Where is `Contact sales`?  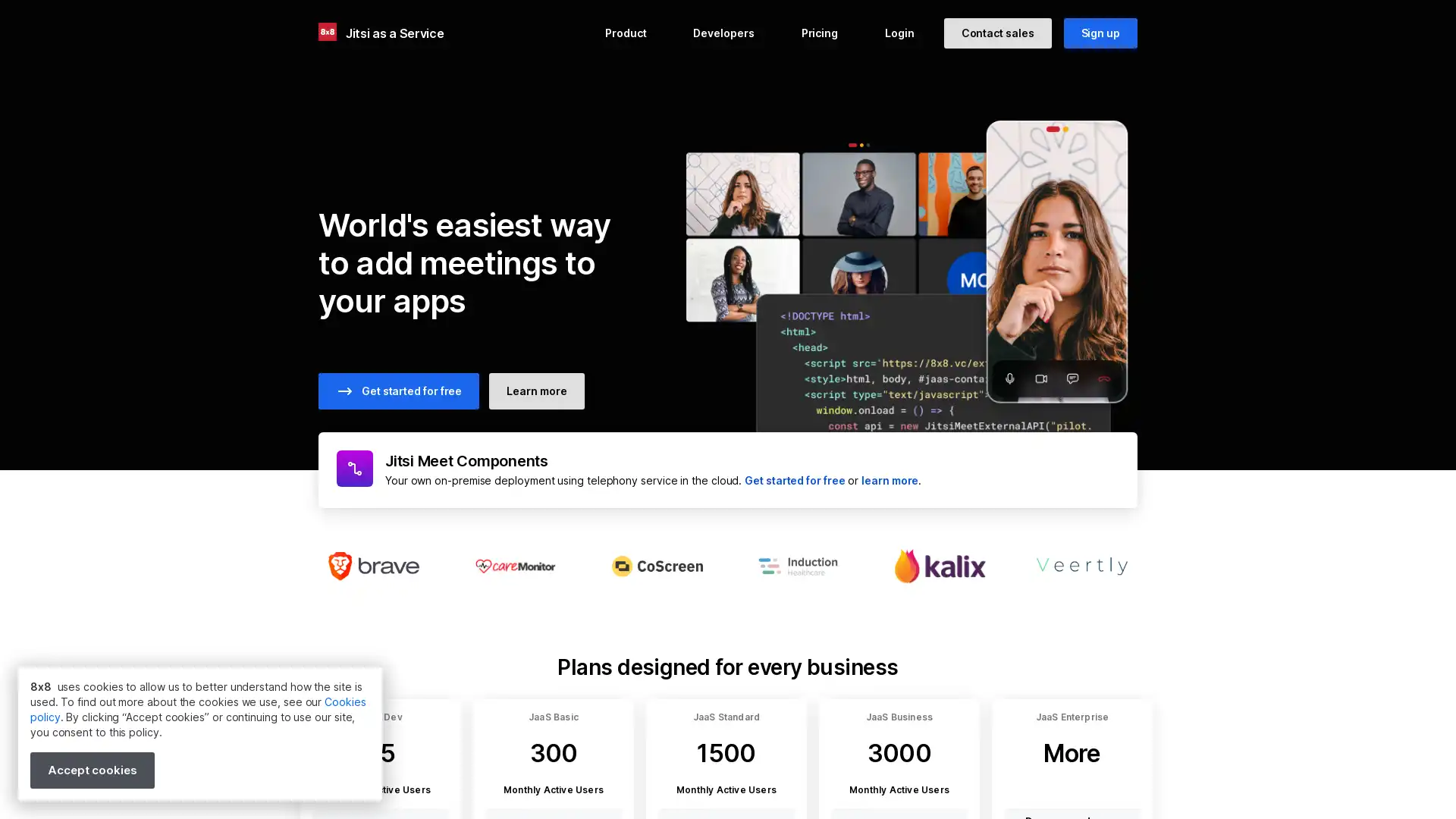 Contact sales is located at coordinates (997, 33).